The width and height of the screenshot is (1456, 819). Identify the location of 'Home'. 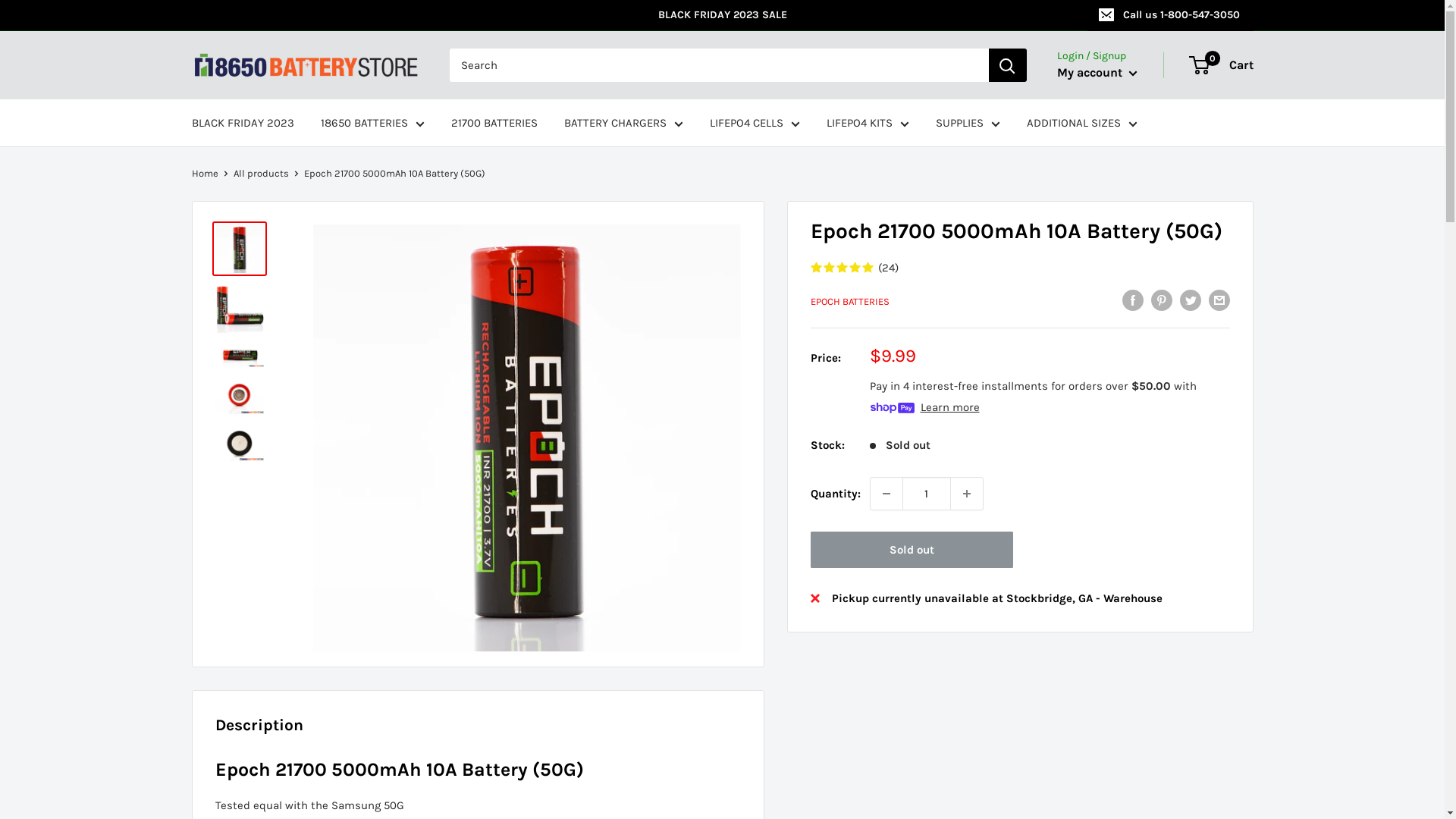
(203, 172).